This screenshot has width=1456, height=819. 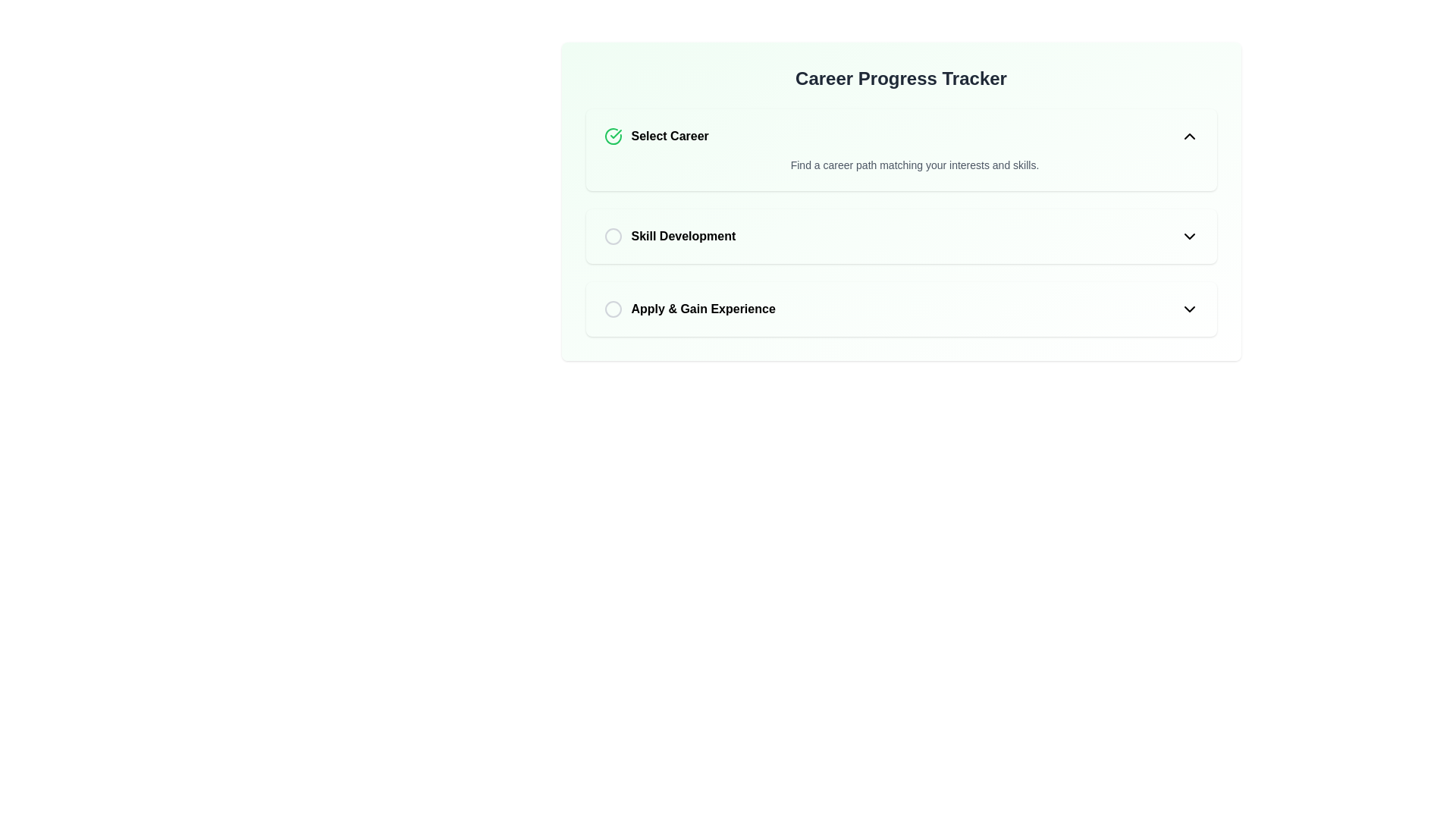 I want to click on the 'Skill Development' labeled option, which is the second item in a vertical list, featuring bold black text and a gray circular outline resembling a radio button, so click(x=669, y=237).